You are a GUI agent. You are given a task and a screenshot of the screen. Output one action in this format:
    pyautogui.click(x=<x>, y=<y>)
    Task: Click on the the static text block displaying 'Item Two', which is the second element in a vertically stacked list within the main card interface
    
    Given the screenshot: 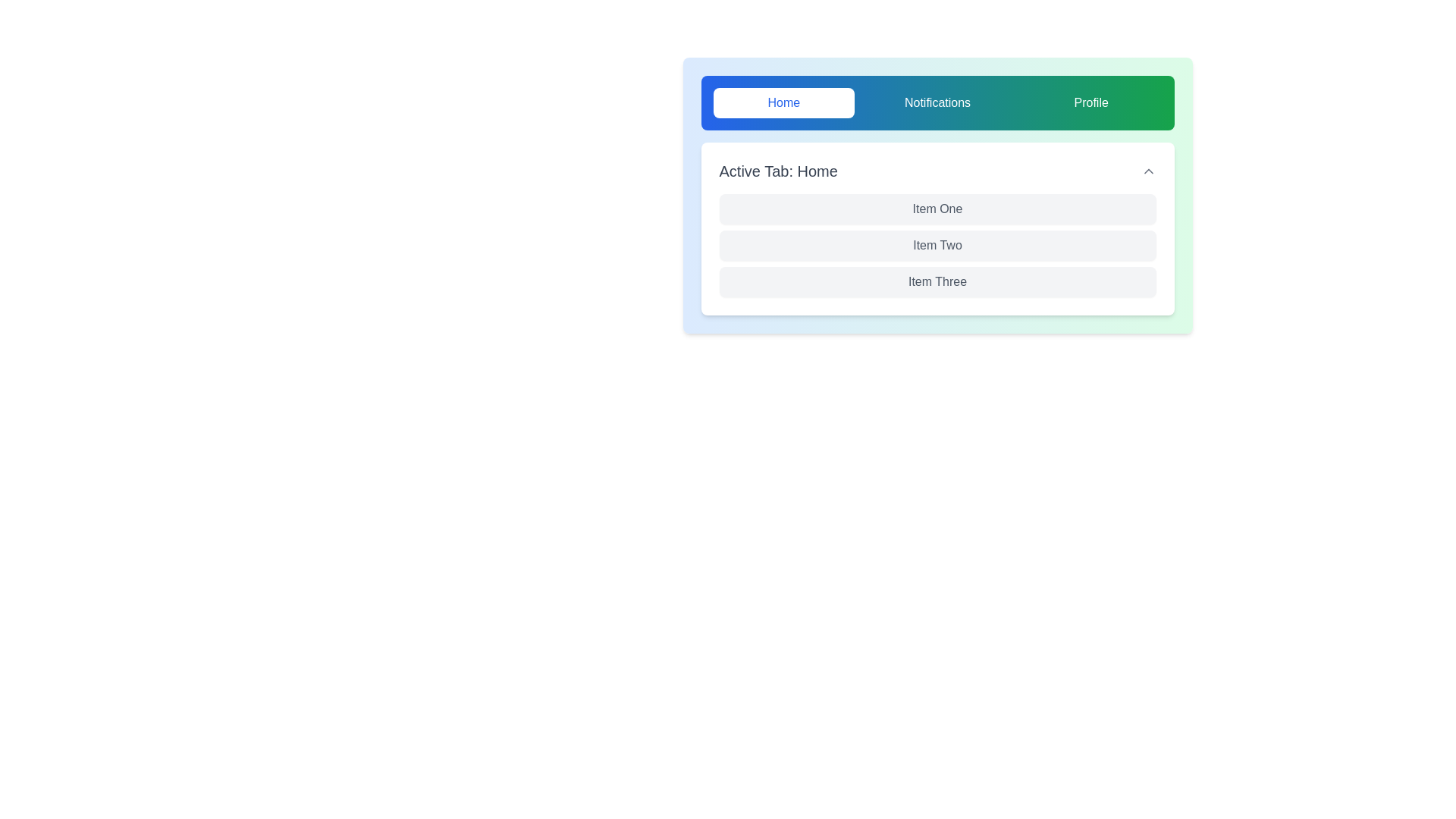 What is the action you would take?
    pyautogui.click(x=937, y=245)
    